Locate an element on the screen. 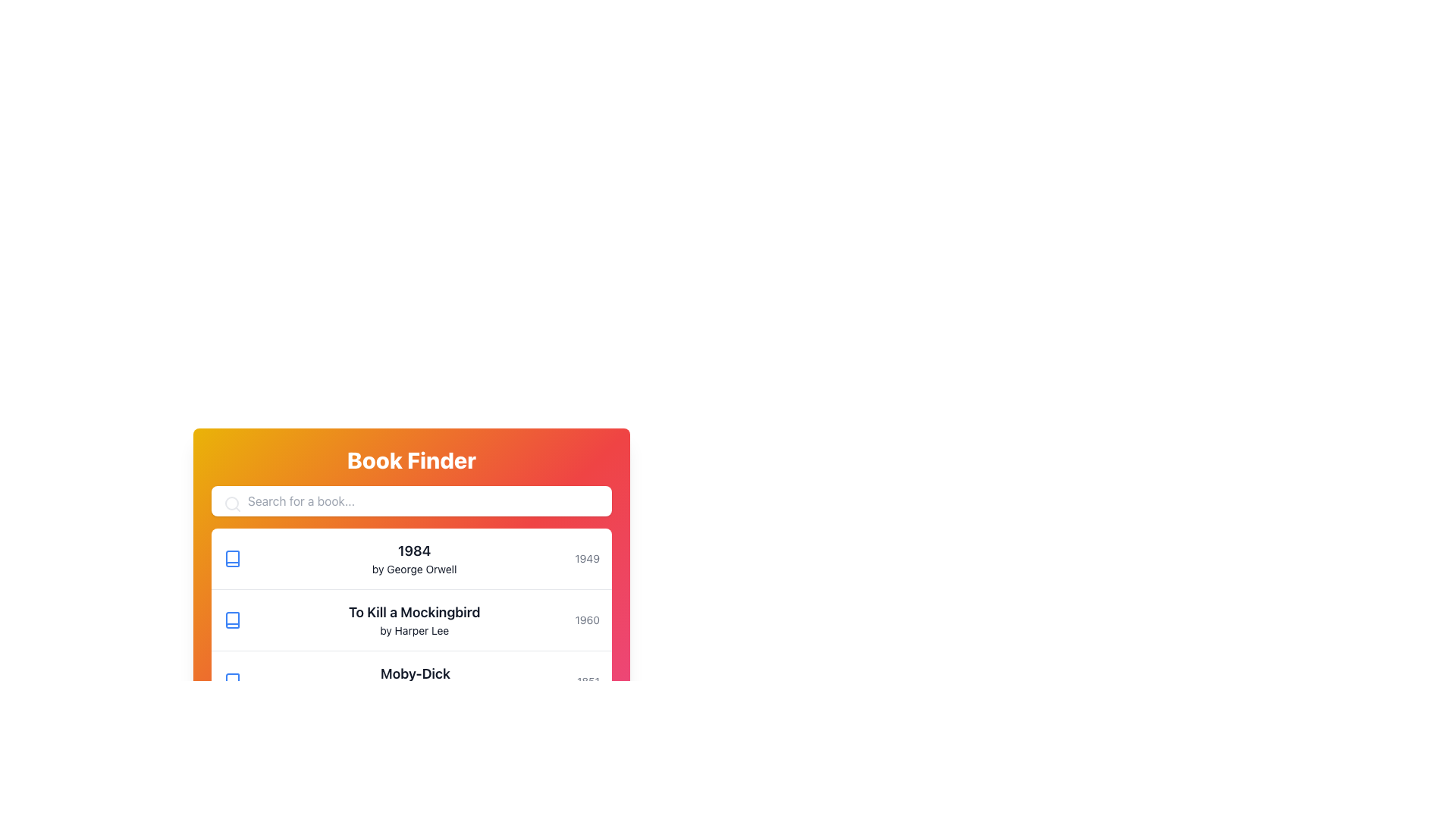 This screenshot has height=819, width=1456. the blue book icon located at the left end of the first entry in the list, adjacent to the text '1984 by George Orwell', below the search bar is located at coordinates (232, 558).